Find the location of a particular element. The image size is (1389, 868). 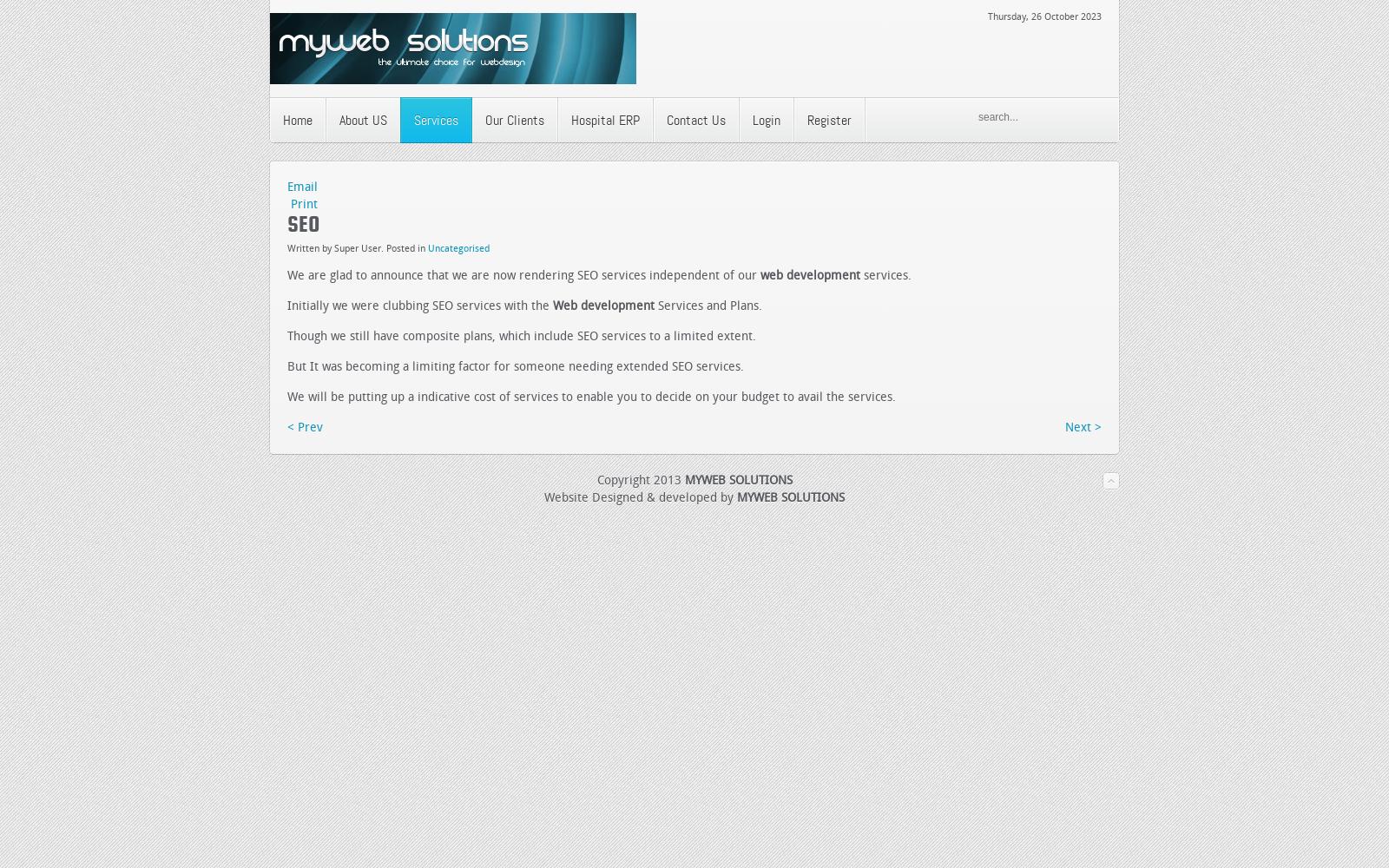

'Services' is located at coordinates (435, 121).